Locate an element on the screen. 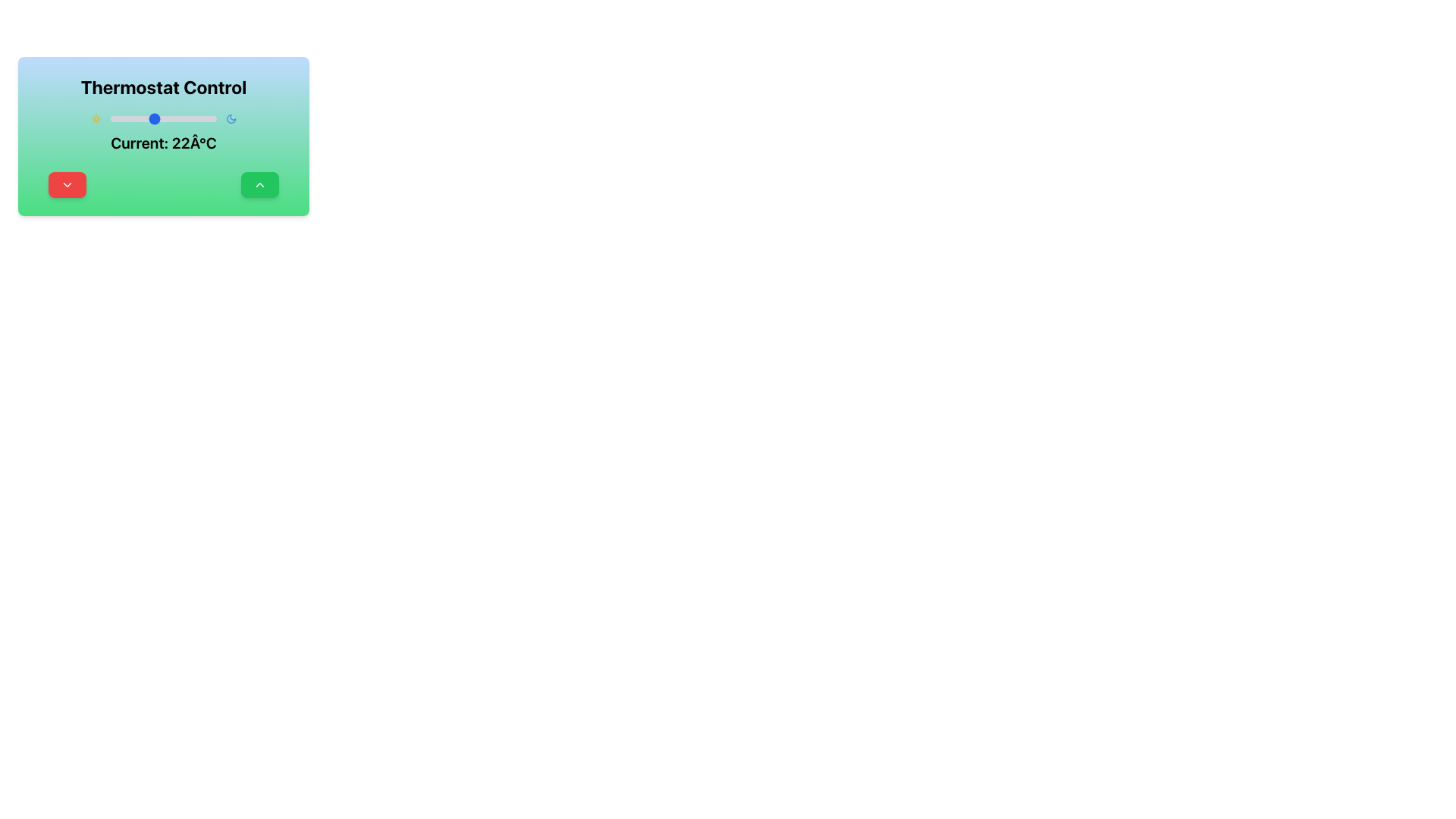  the red button containing the chevron-down SVG icon located in the lower-left corner of the thermostat control card is located at coordinates (67, 184).